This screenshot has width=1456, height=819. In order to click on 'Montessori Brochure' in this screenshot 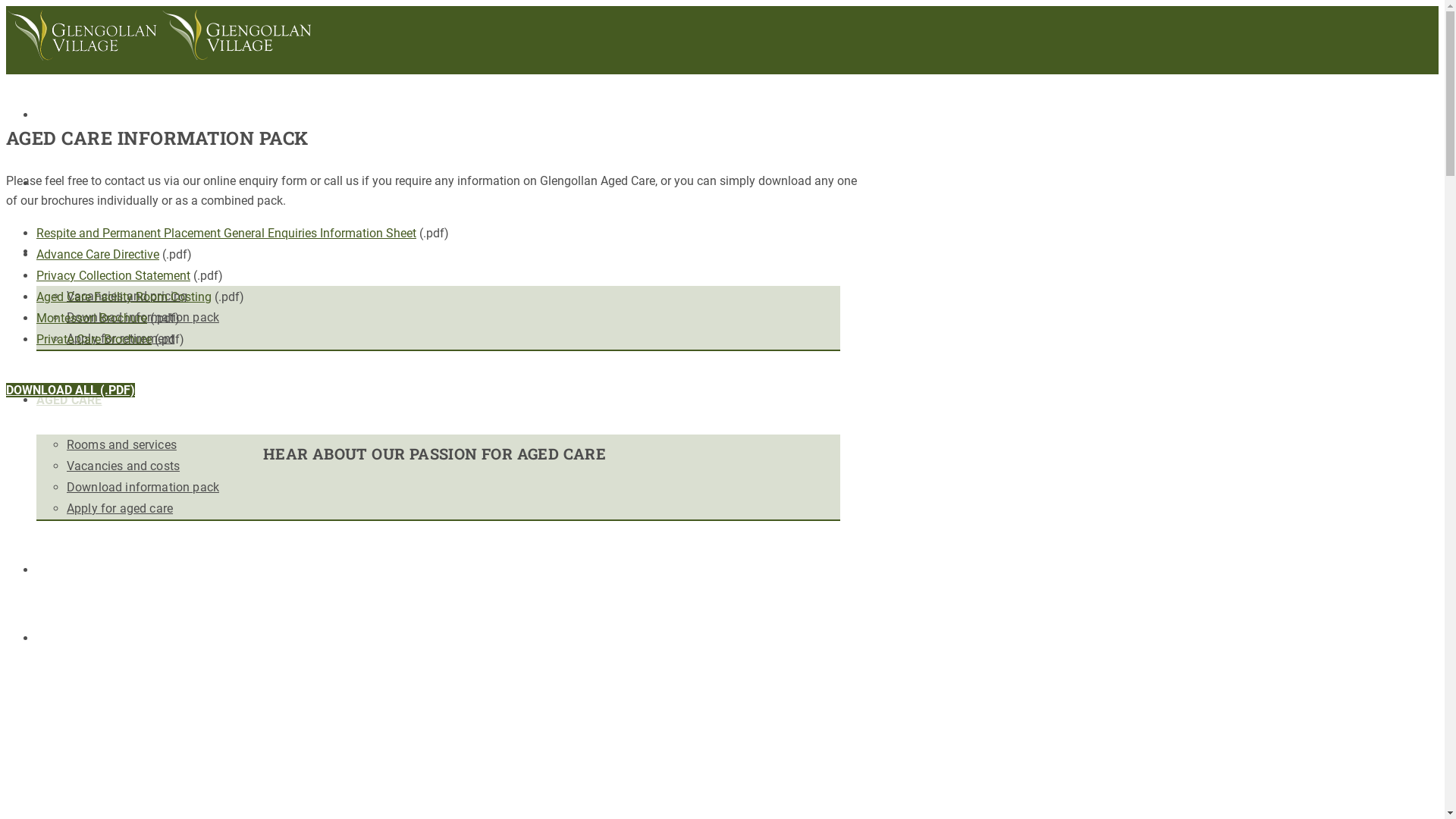, I will do `click(90, 317)`.